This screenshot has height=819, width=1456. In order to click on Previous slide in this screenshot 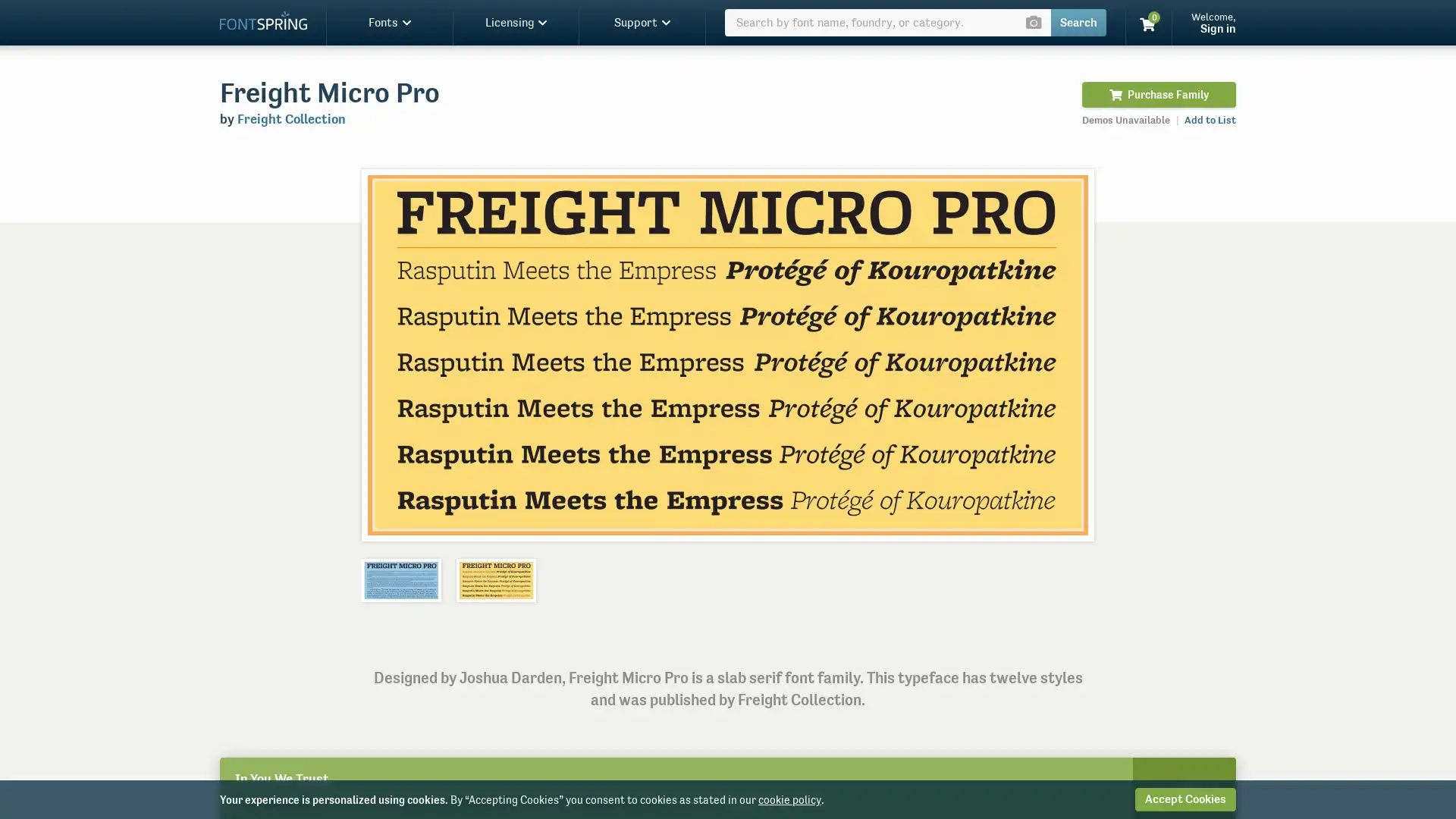, I will do `click(389, 354)`.